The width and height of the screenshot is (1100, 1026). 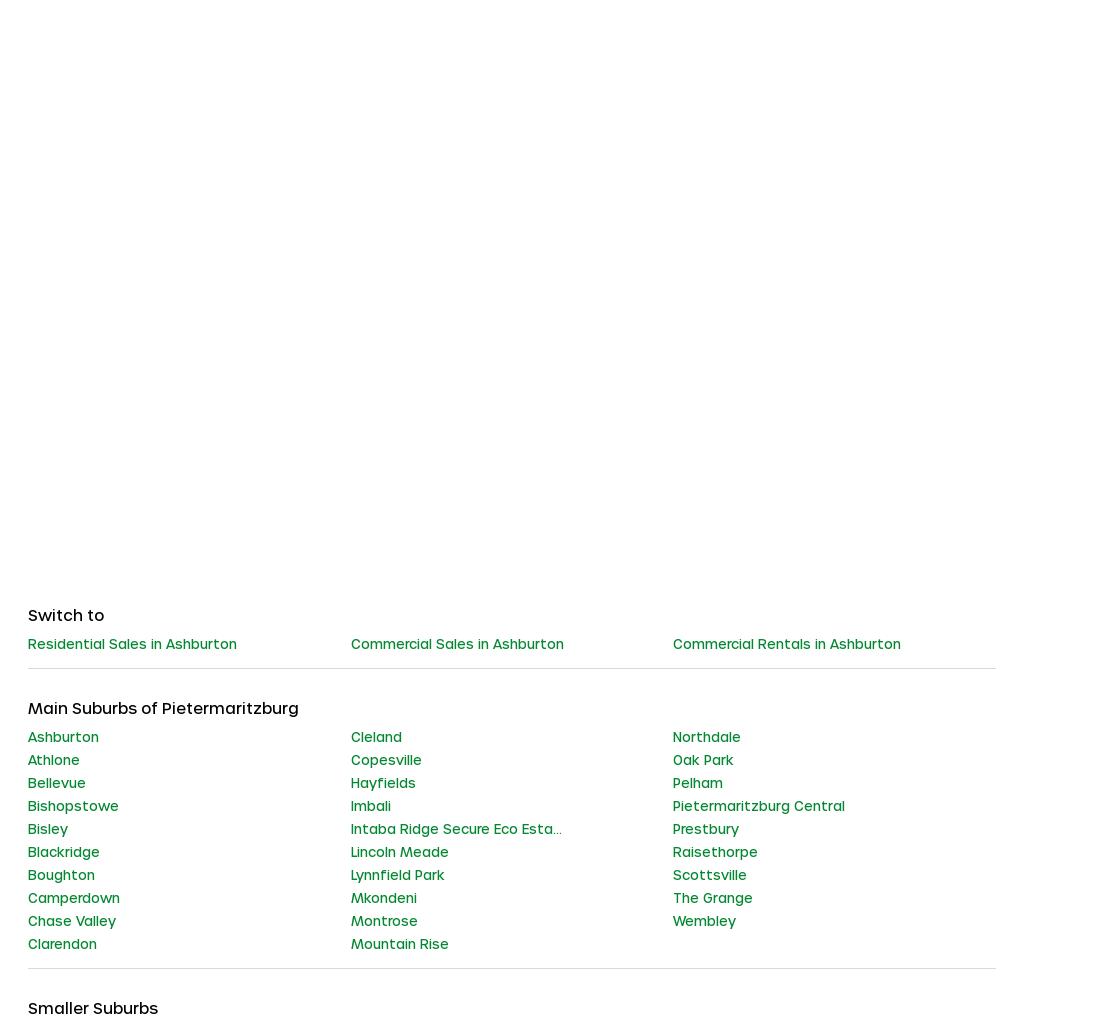 What do you see at coordinates (696, 780) in the screenshot?
I see `'Pelham'` at bounding box center [696, 780].